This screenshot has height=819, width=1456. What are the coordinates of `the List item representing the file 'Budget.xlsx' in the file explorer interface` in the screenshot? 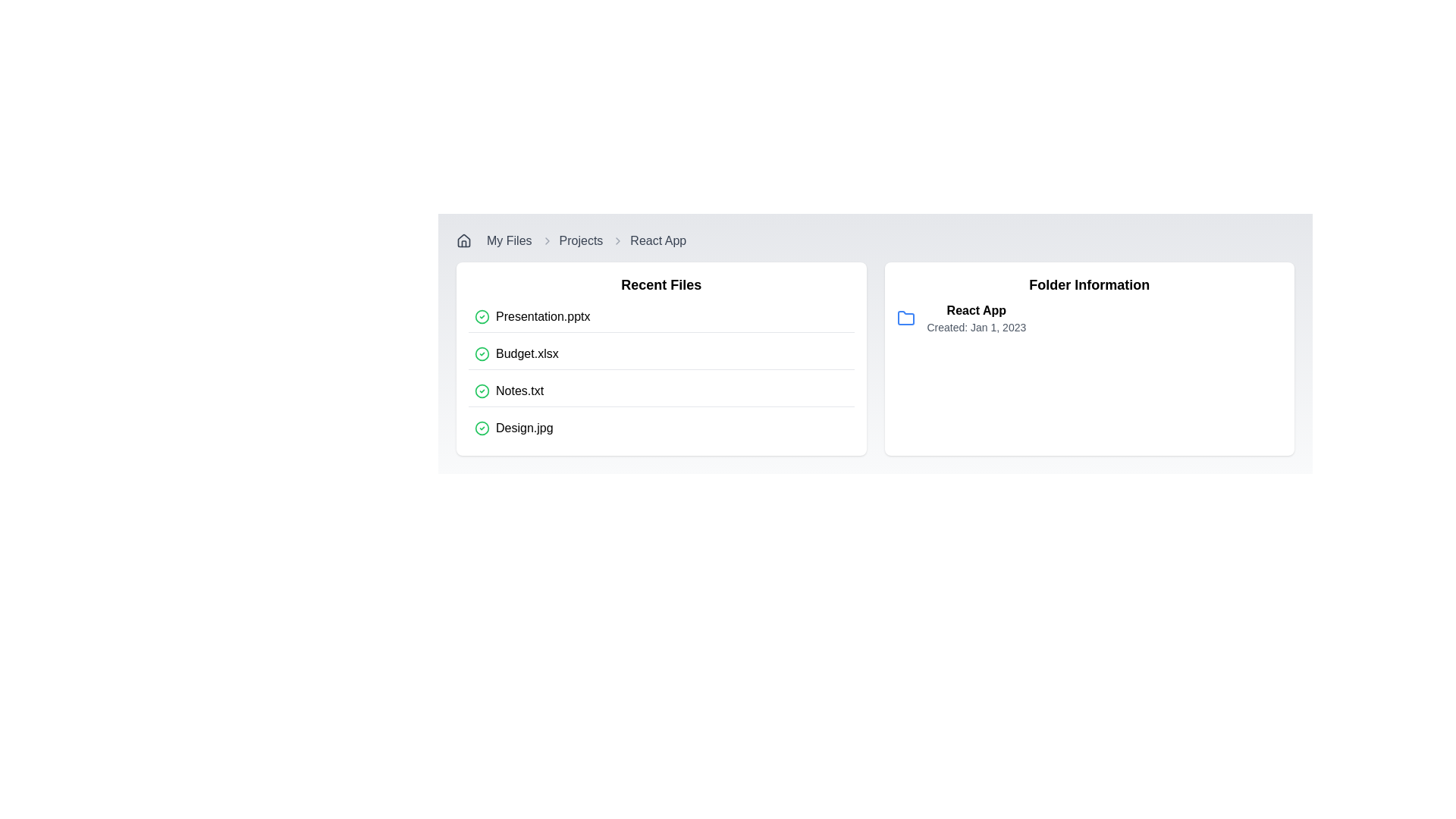 It's located at (661, 354).